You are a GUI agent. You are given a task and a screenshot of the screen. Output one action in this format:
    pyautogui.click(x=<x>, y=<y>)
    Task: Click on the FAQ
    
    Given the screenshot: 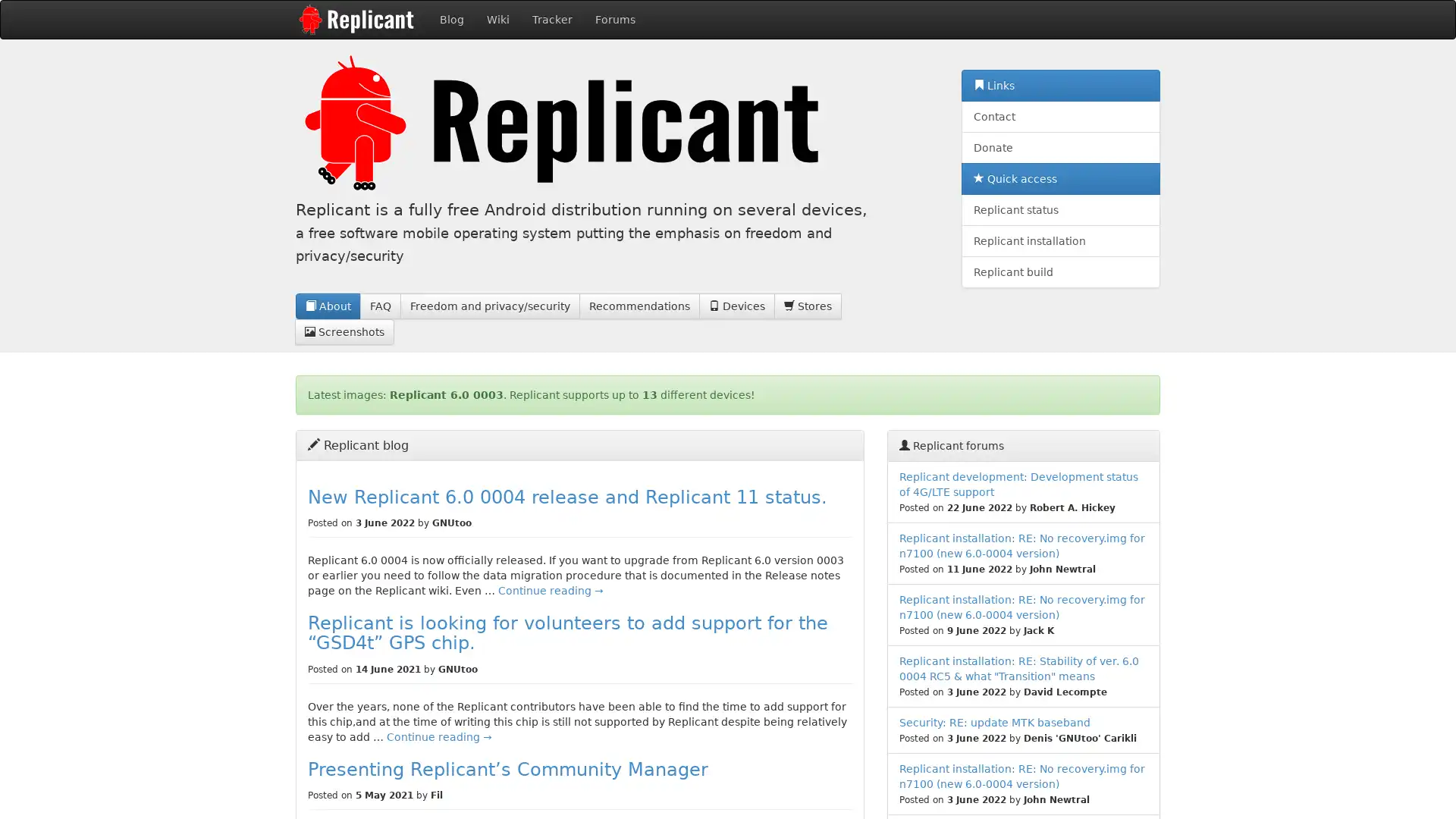 What is the action you would take?
    pyautogui.click(x=381, y=306)
    